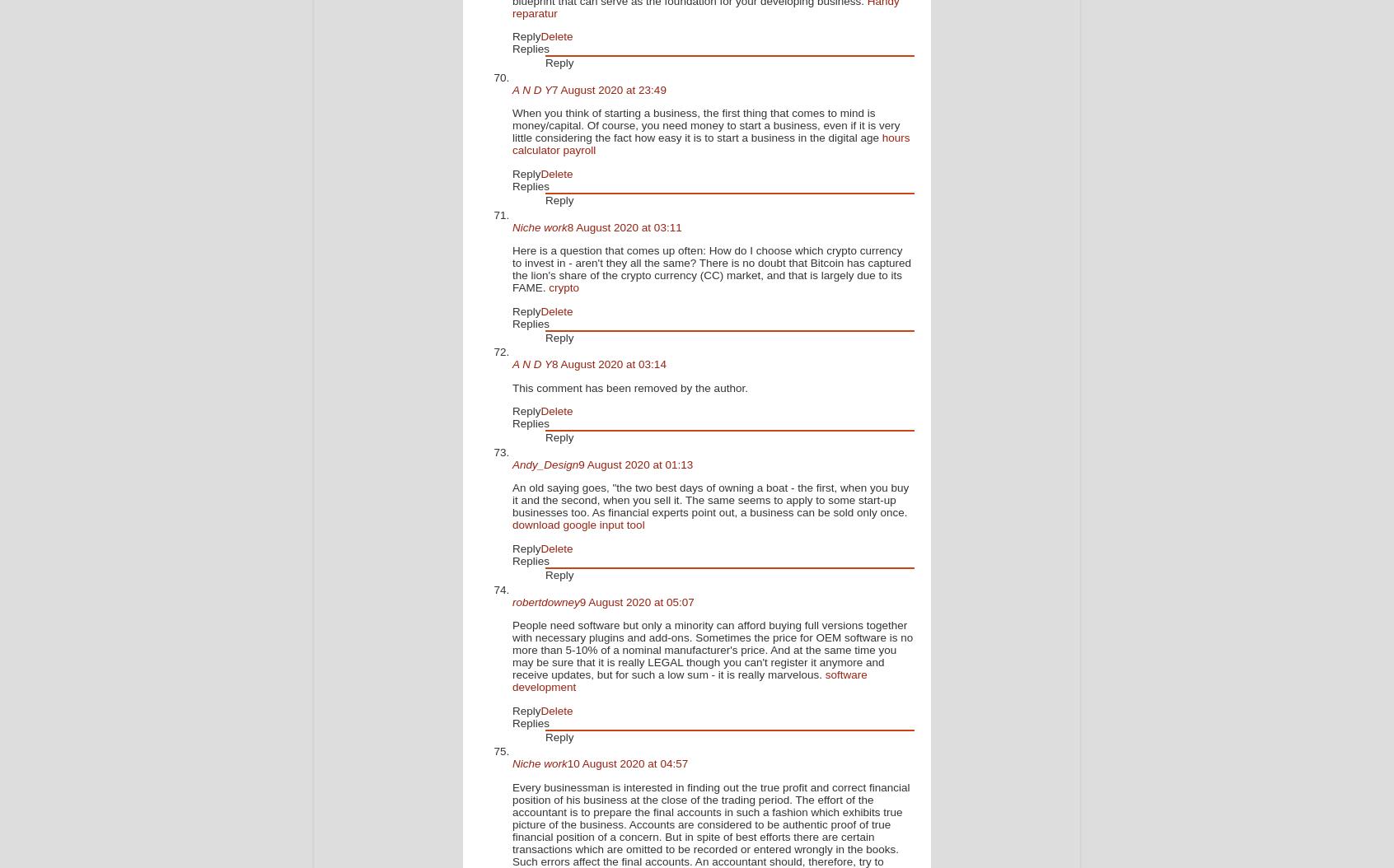 Image resolution: width=1394 pixels, height=868 pixels. What do you see at coordinates (704, 125) in the screenshot?
I see `'When you think of starting a business, the first thing that comes to mind is money/capital. Of course, you need money to start a business, even if it is very little considering the fact how easy it is to start a business in the digital age'` at bounding box center [704, 125].